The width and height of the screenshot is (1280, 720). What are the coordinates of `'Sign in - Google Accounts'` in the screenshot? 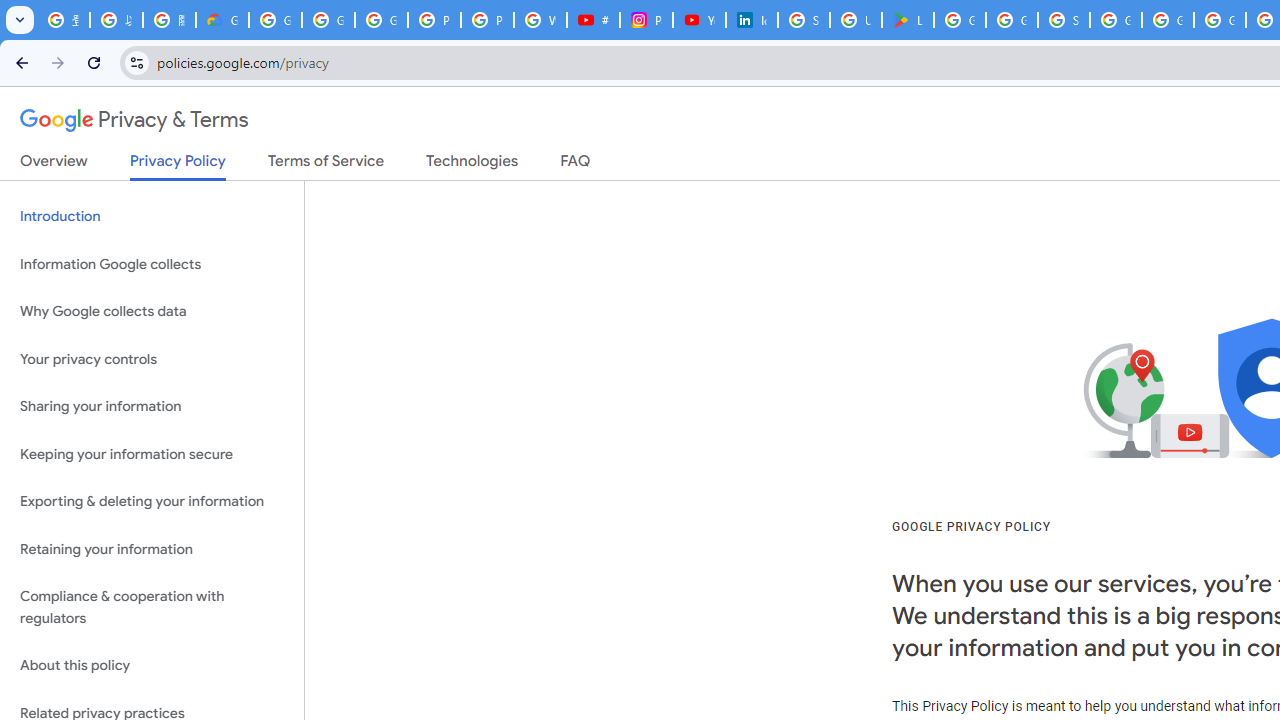 It's located at (1063, 20).